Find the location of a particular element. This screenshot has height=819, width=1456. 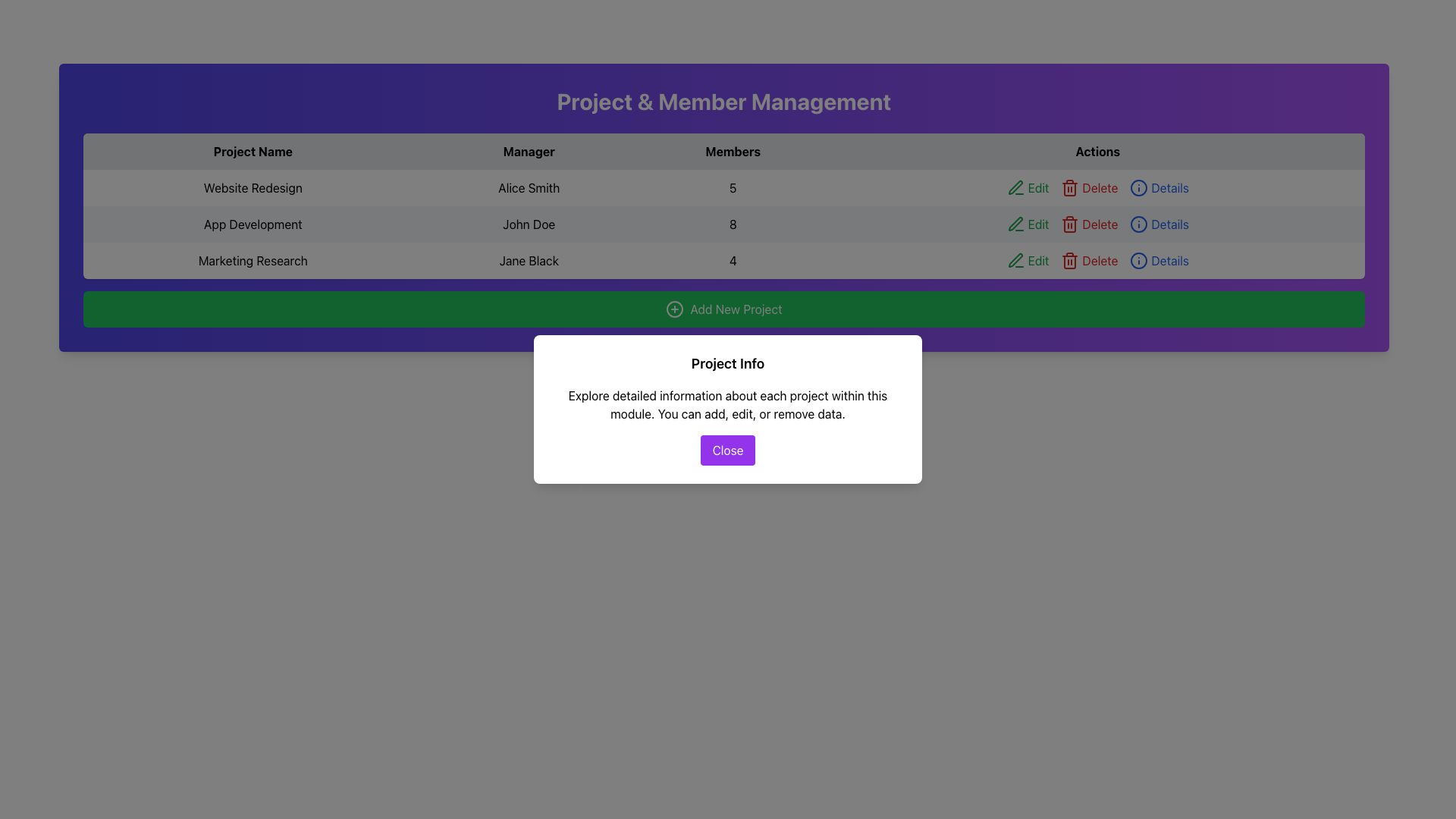

the text element displaying the number '5' in the 'Members' column for the row labeled 'Alice Smith' in the table is located at coordinates (733, 187).